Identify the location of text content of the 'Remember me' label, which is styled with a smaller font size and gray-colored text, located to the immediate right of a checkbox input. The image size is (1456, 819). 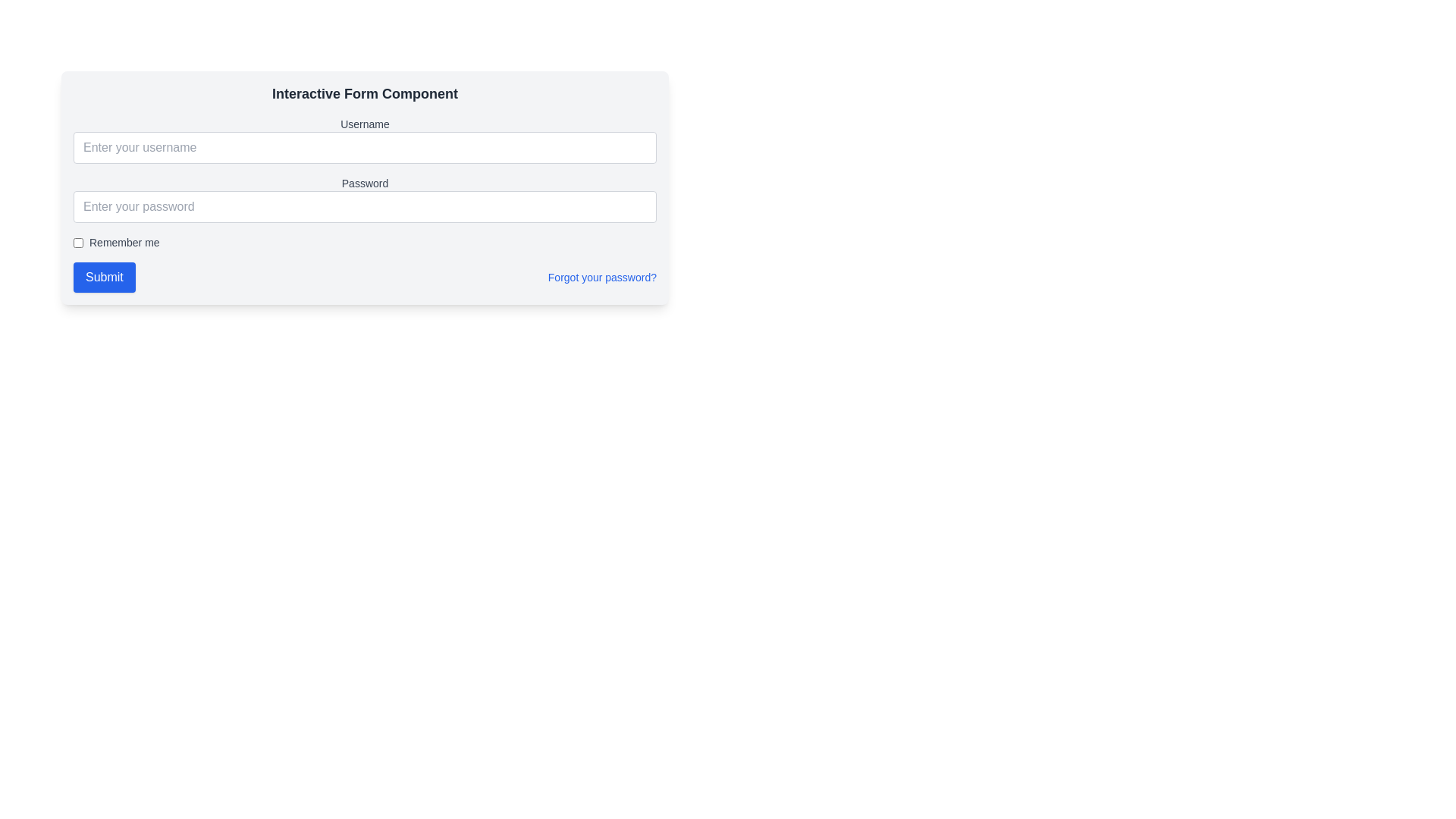
(124, 242).